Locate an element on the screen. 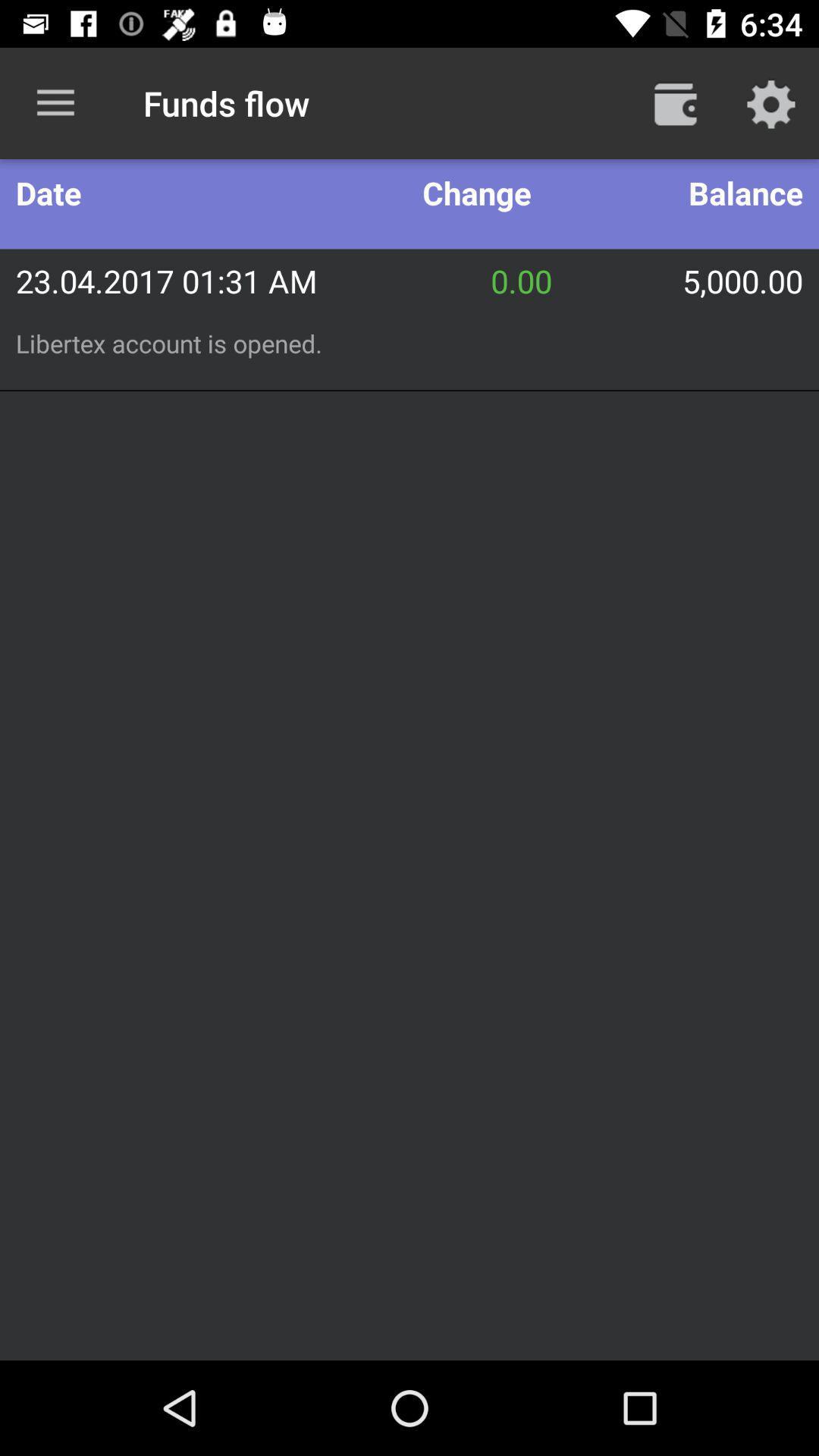  the item above the date  icon is located at coordinates (55, 102).